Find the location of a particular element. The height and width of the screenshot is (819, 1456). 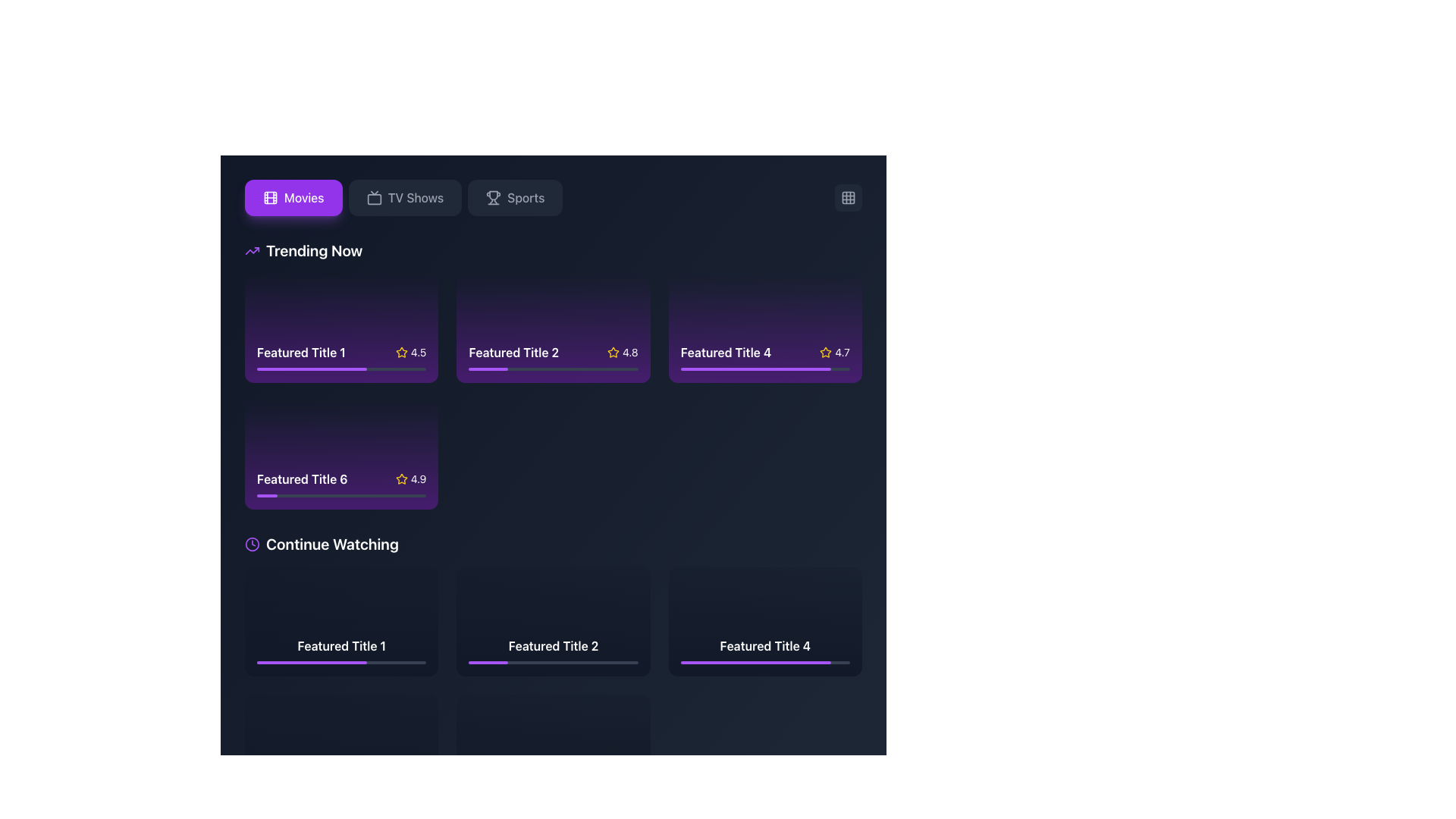

the numeric value '4.7' displayed next to the yellow star icon in the top-right corner of the 'Featured Title 4' card in the 'Trending Now' section is located at coordinates (834, 352).